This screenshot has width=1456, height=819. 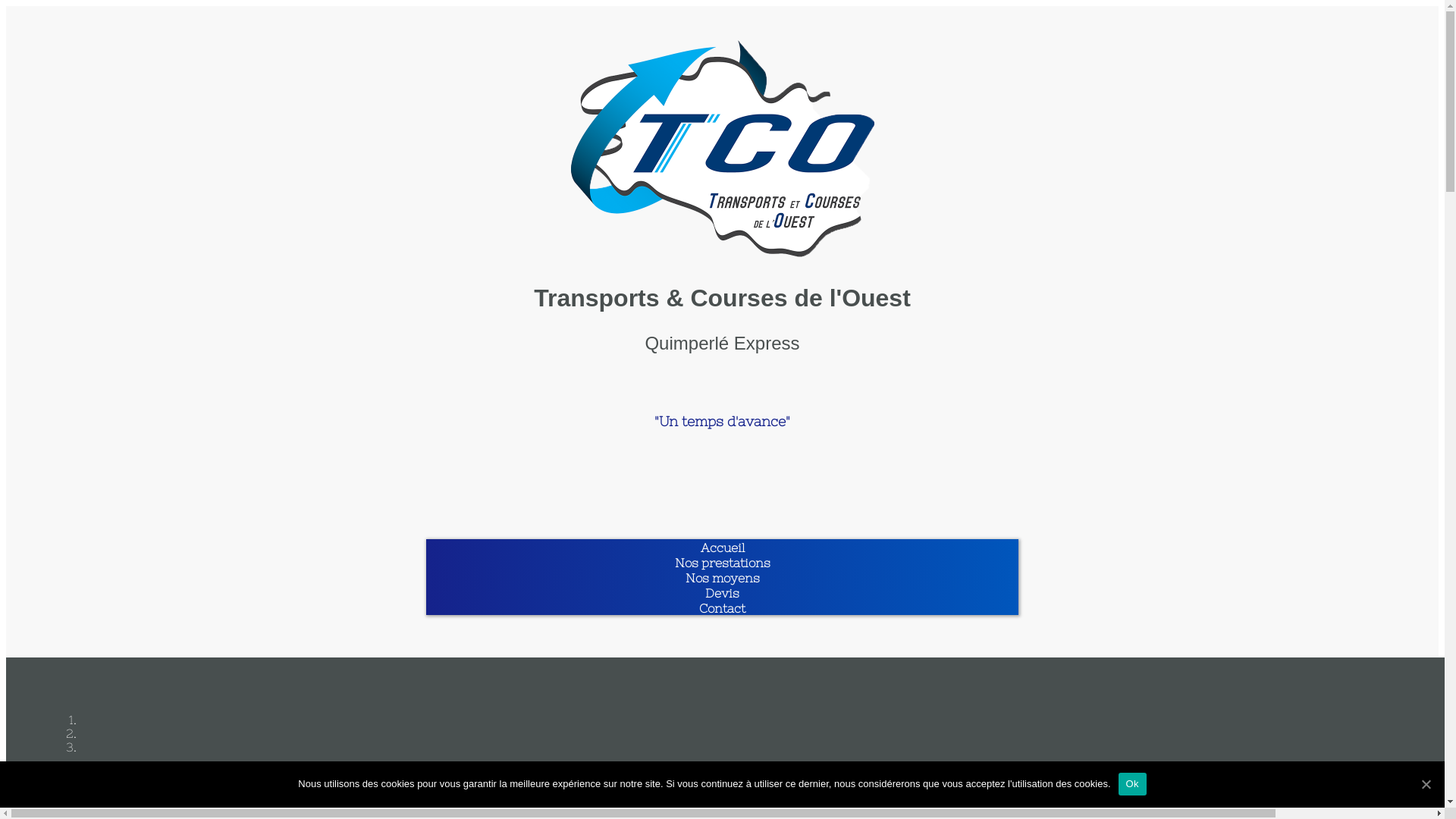 What do you see at coordinates (722, 578) in the screenshot?
I see `'Nos moyens'` at bounding box center [722, 578].